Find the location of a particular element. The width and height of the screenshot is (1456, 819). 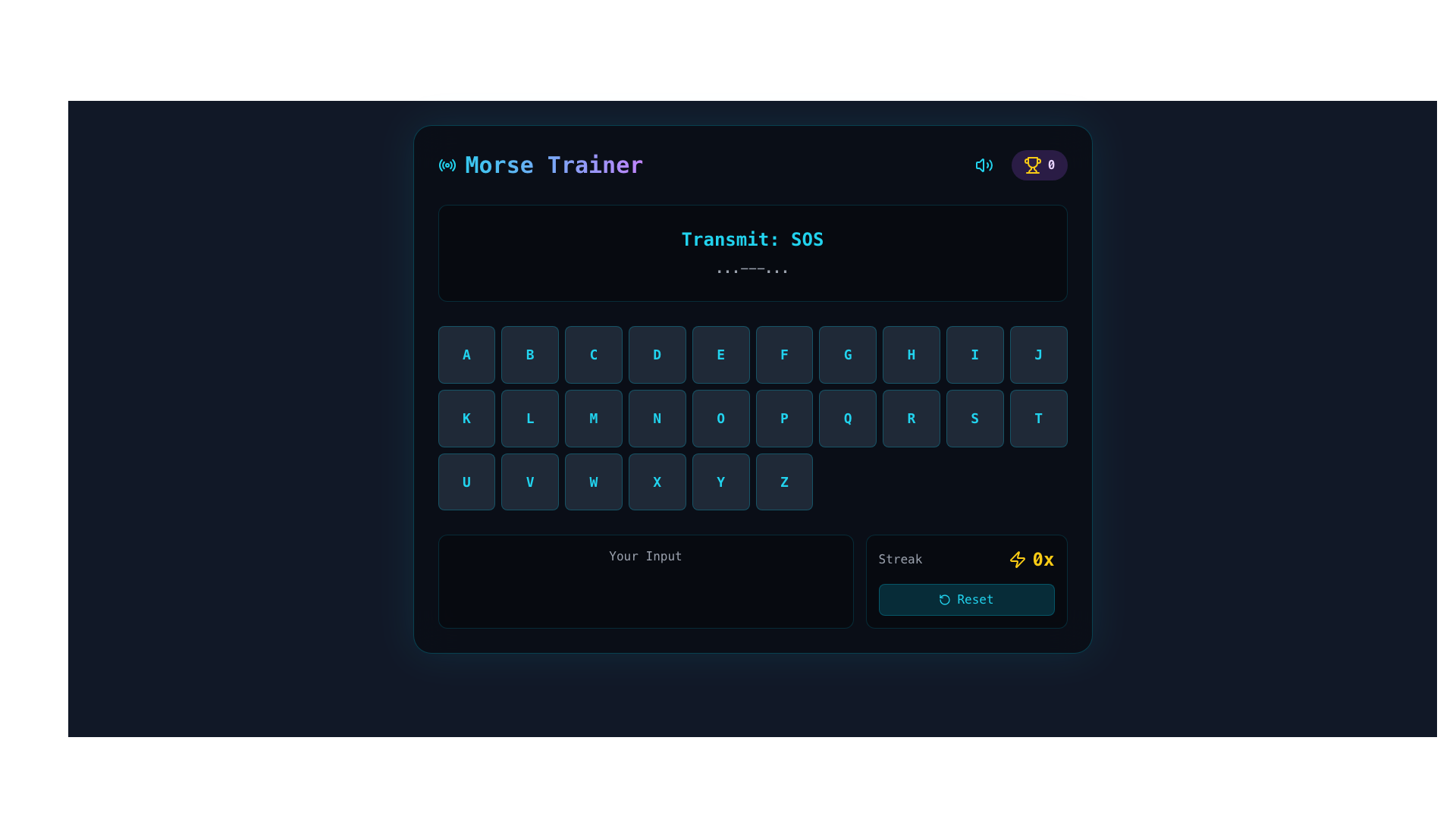

the interactive button for selecting the 'W' character, which is located in the last row and third column of the grid, adjacent to 'V' on the left and 'X' on the right is located at coordinates (592, 482).